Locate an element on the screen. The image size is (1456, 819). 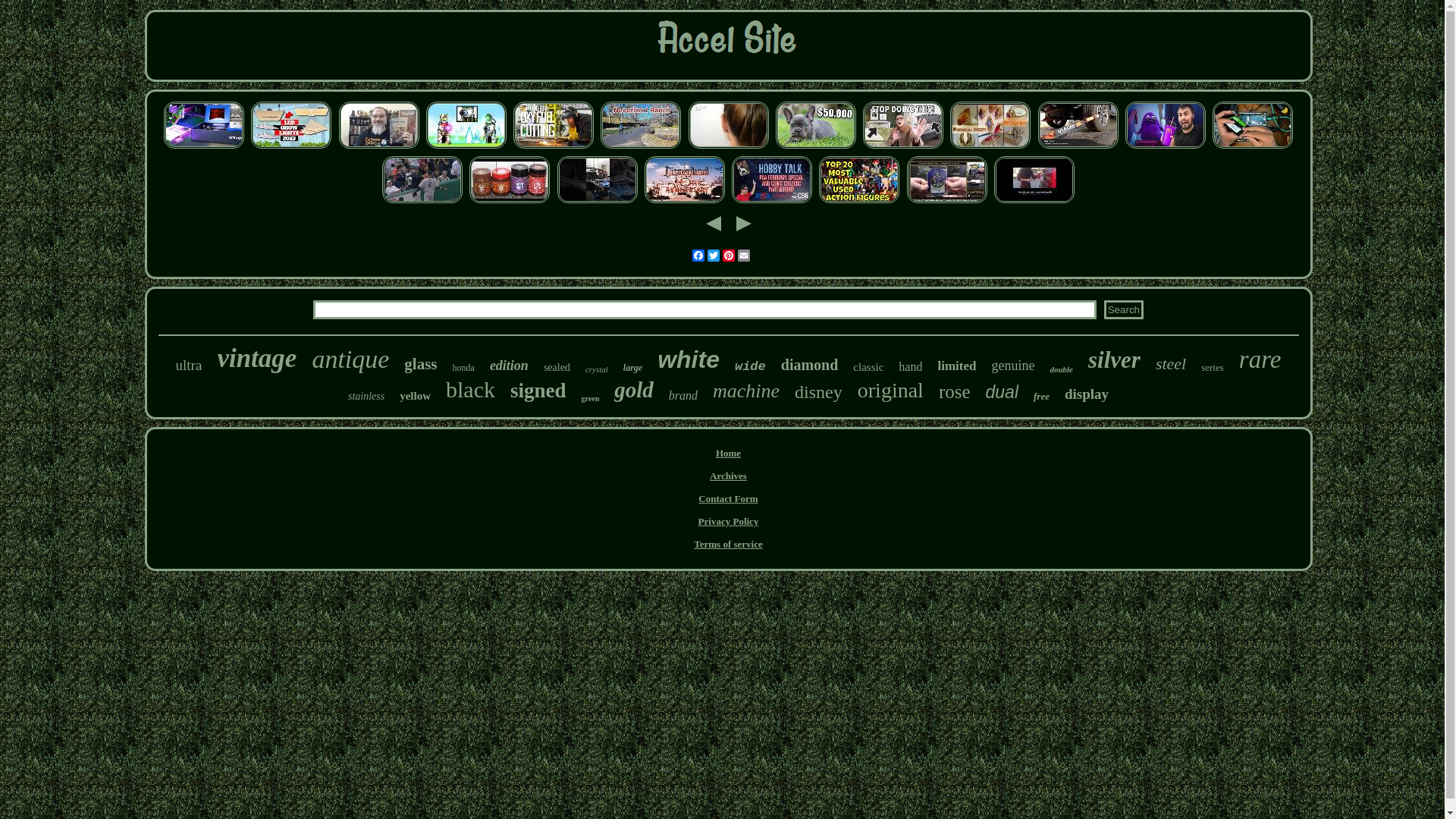
'display' is located at coordinates (1086, 394).